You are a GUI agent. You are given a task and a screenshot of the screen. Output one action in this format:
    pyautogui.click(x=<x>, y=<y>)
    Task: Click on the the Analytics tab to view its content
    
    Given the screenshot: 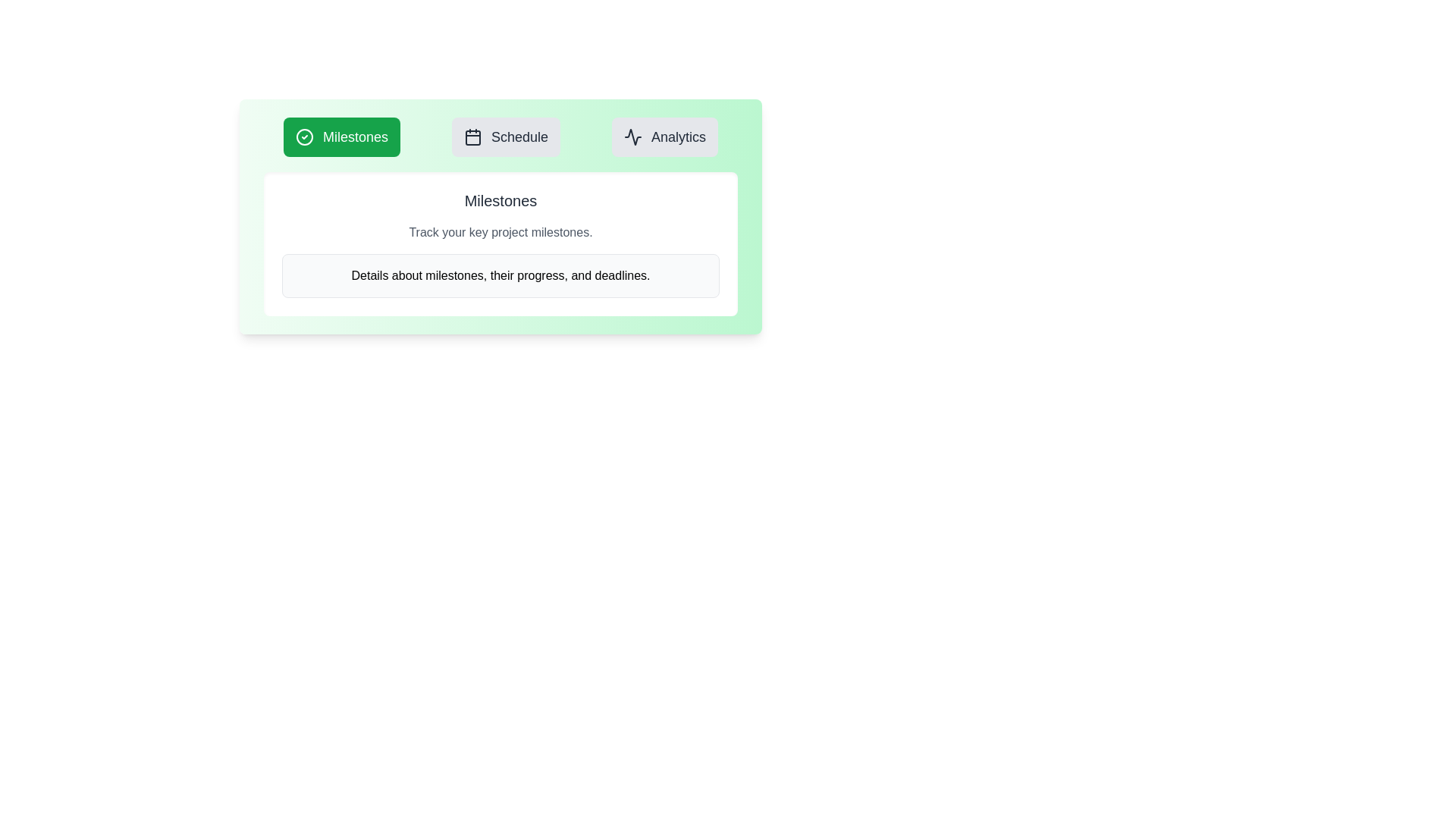 What is the action you would take?
    pyautogui.click(x=665, y=137)
    